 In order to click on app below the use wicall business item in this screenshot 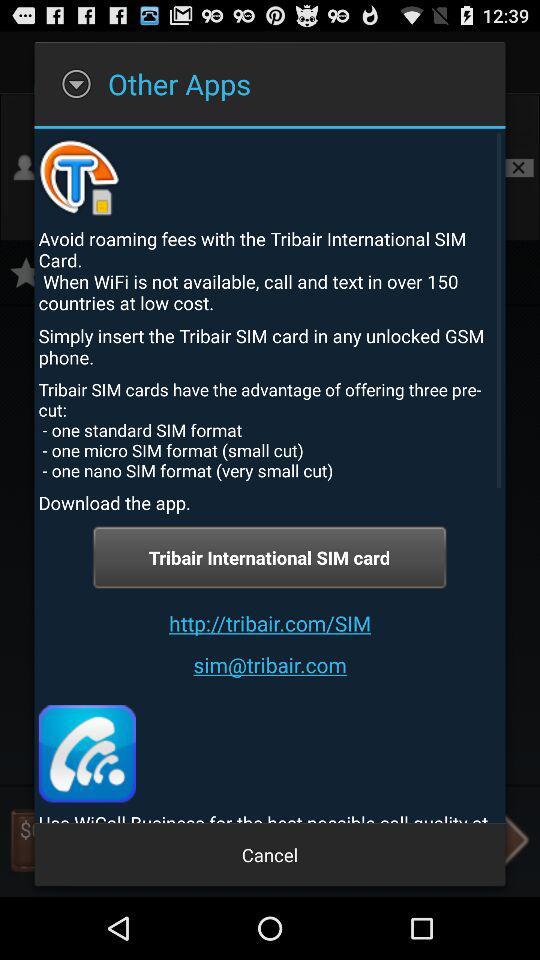, I will do `click(270, 853)`.